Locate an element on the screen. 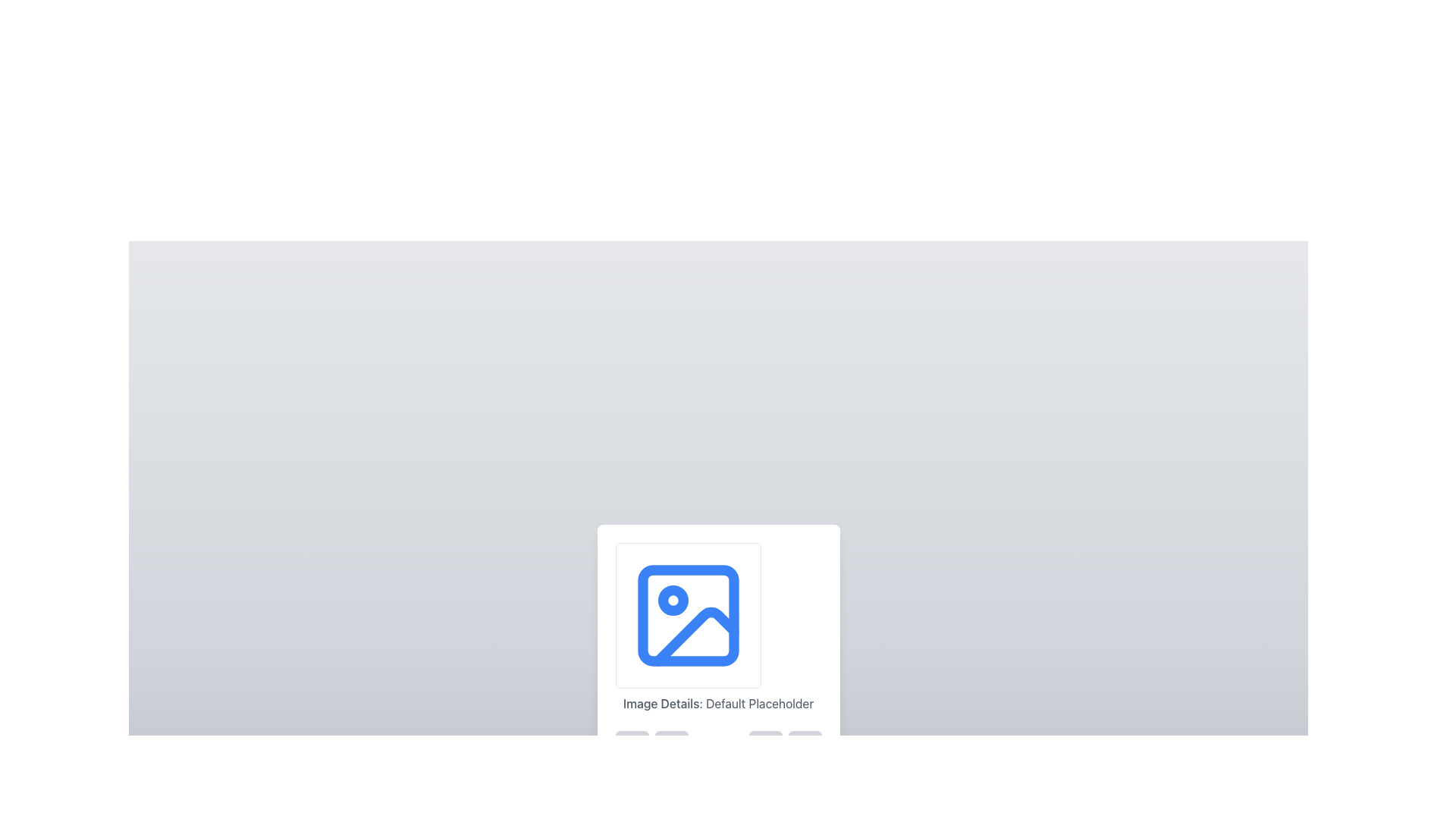 This screenshot has width=1456, height=819. the button located to the right within a horizontal arrangement of similar elements, slightly below the center of the application interface is located at coordinates (804, 744).